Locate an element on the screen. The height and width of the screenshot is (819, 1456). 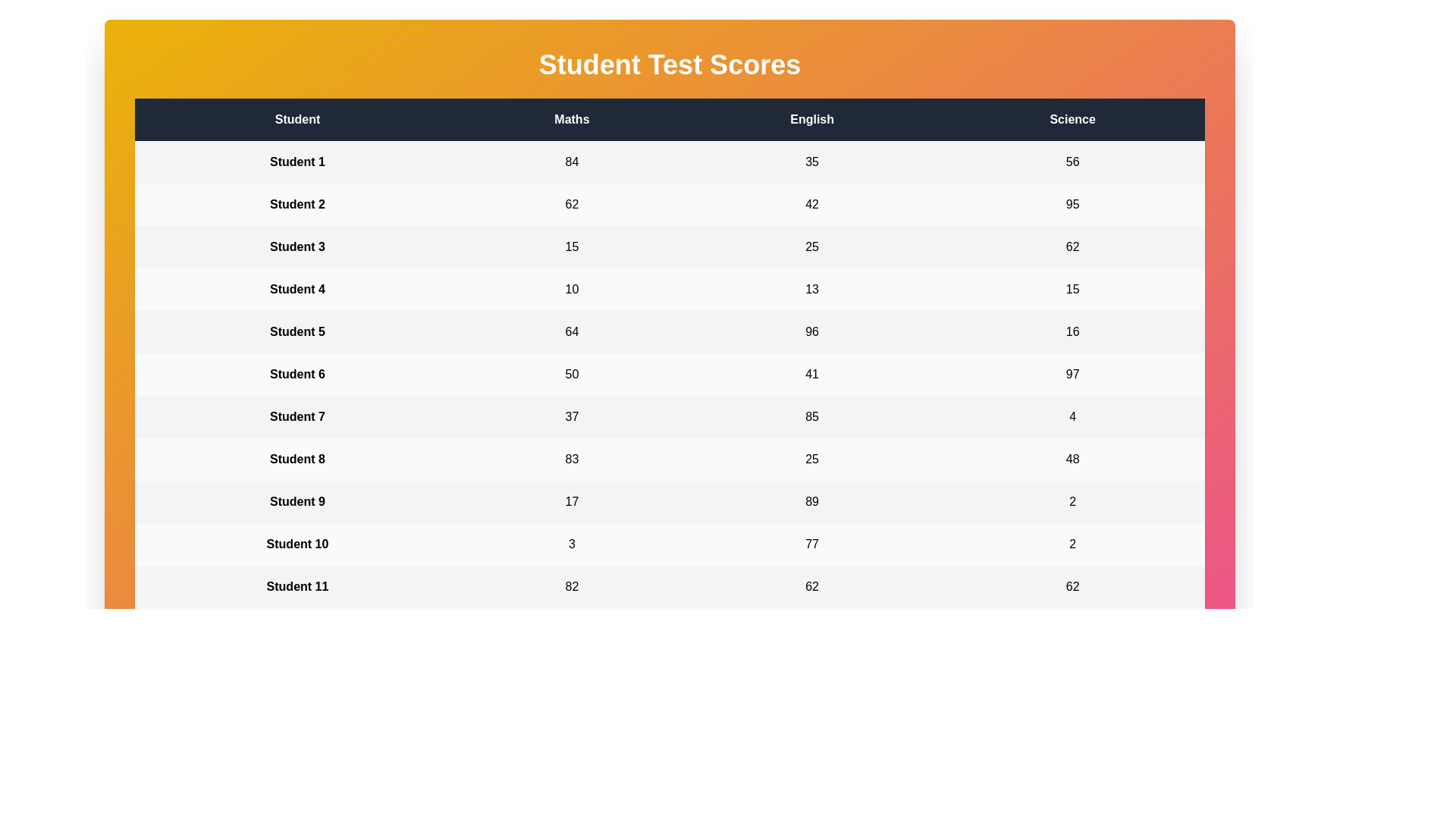
the center of the component to focus it is located at coordinates (669, 414).